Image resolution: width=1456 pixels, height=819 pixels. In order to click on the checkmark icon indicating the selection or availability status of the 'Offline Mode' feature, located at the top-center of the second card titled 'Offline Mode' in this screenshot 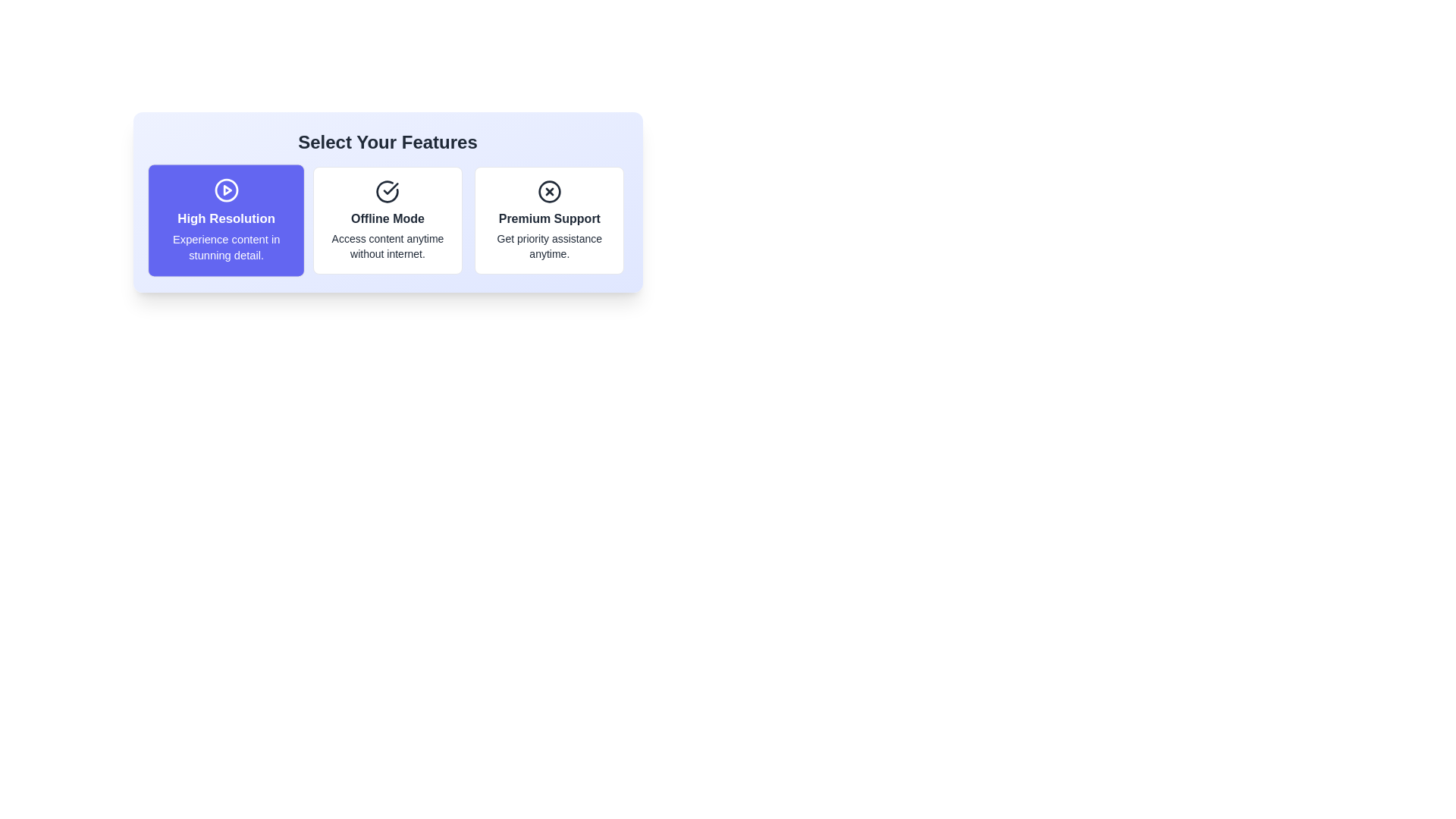, I will do `click(388, 191)`.